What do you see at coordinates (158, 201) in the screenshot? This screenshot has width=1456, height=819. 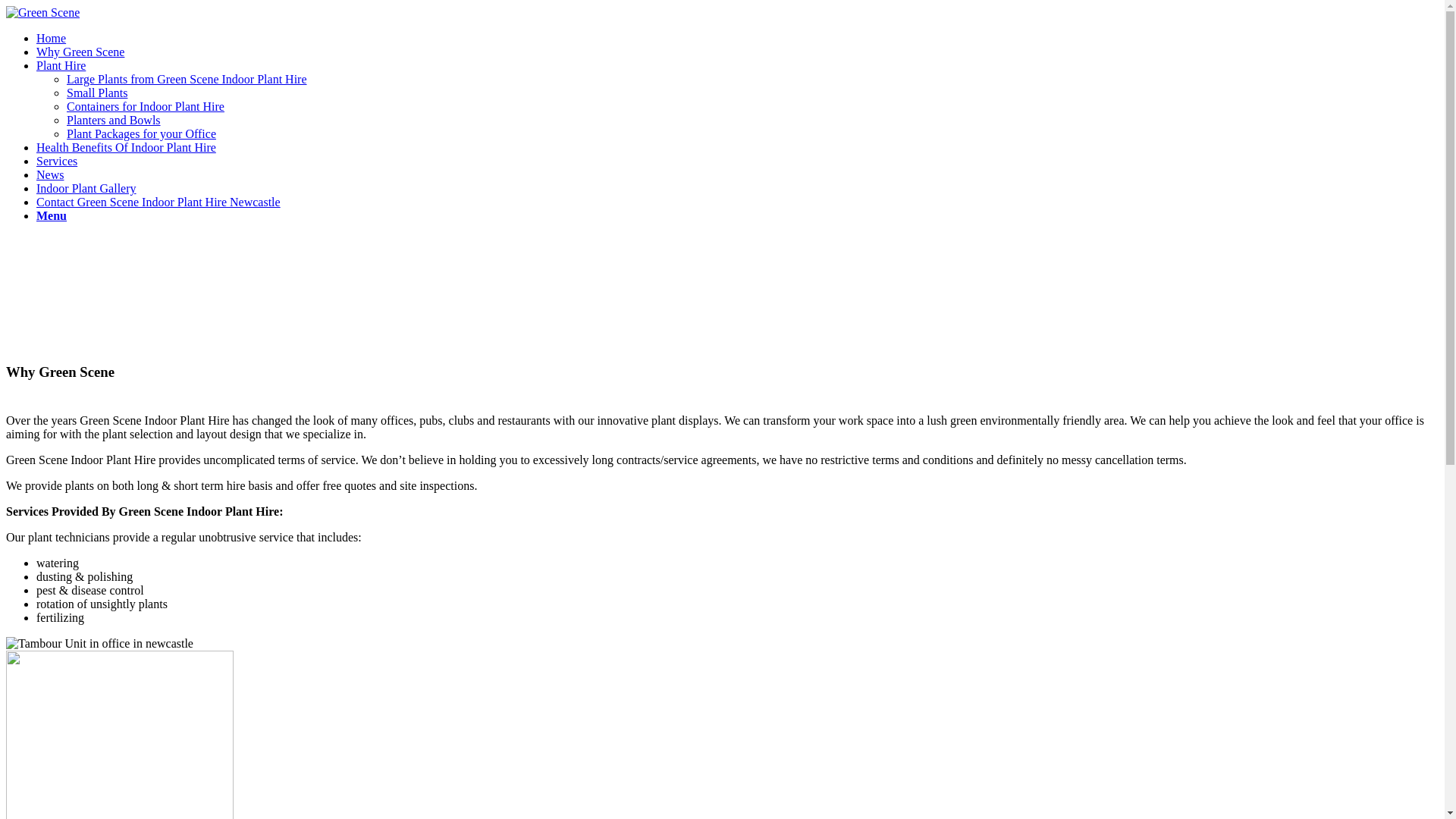 I see `'Contact Green Scene Indoor Plant Hire Newcastle'` at bounding box center [158, 201].